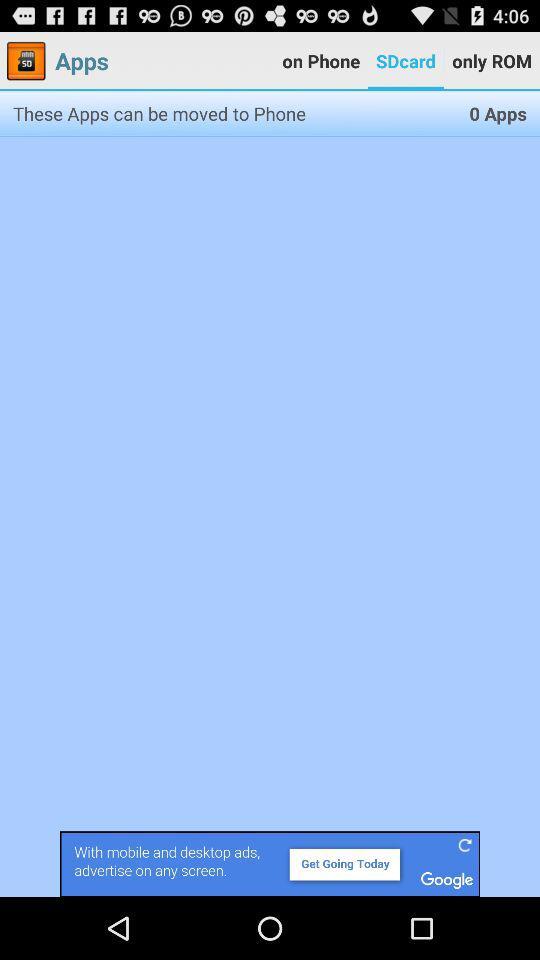 This screenshot has height=960, width=540. I want to click on only rom above 0 apps, so click(490, 61).